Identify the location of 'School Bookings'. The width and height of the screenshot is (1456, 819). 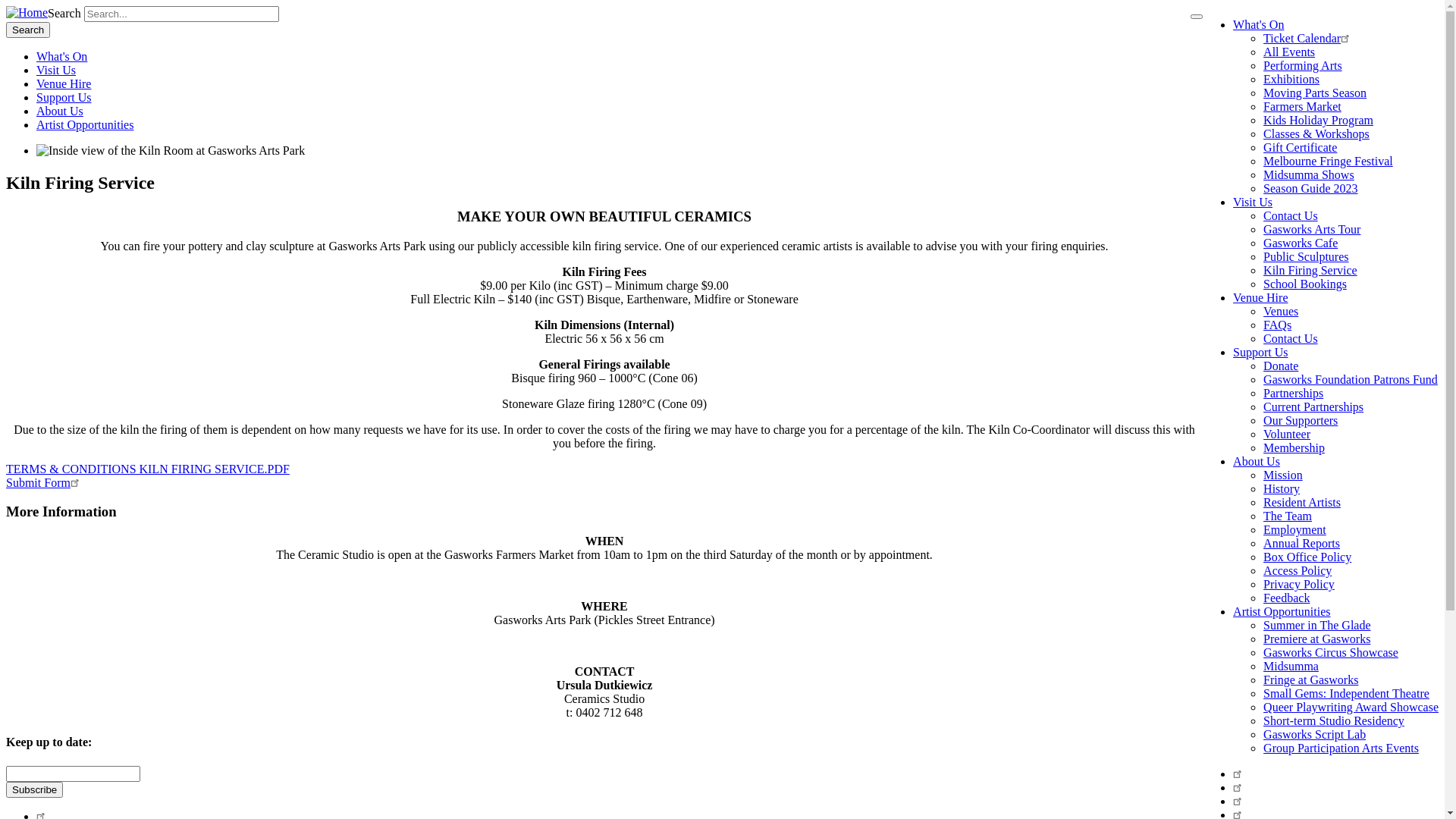
(1304, 284).